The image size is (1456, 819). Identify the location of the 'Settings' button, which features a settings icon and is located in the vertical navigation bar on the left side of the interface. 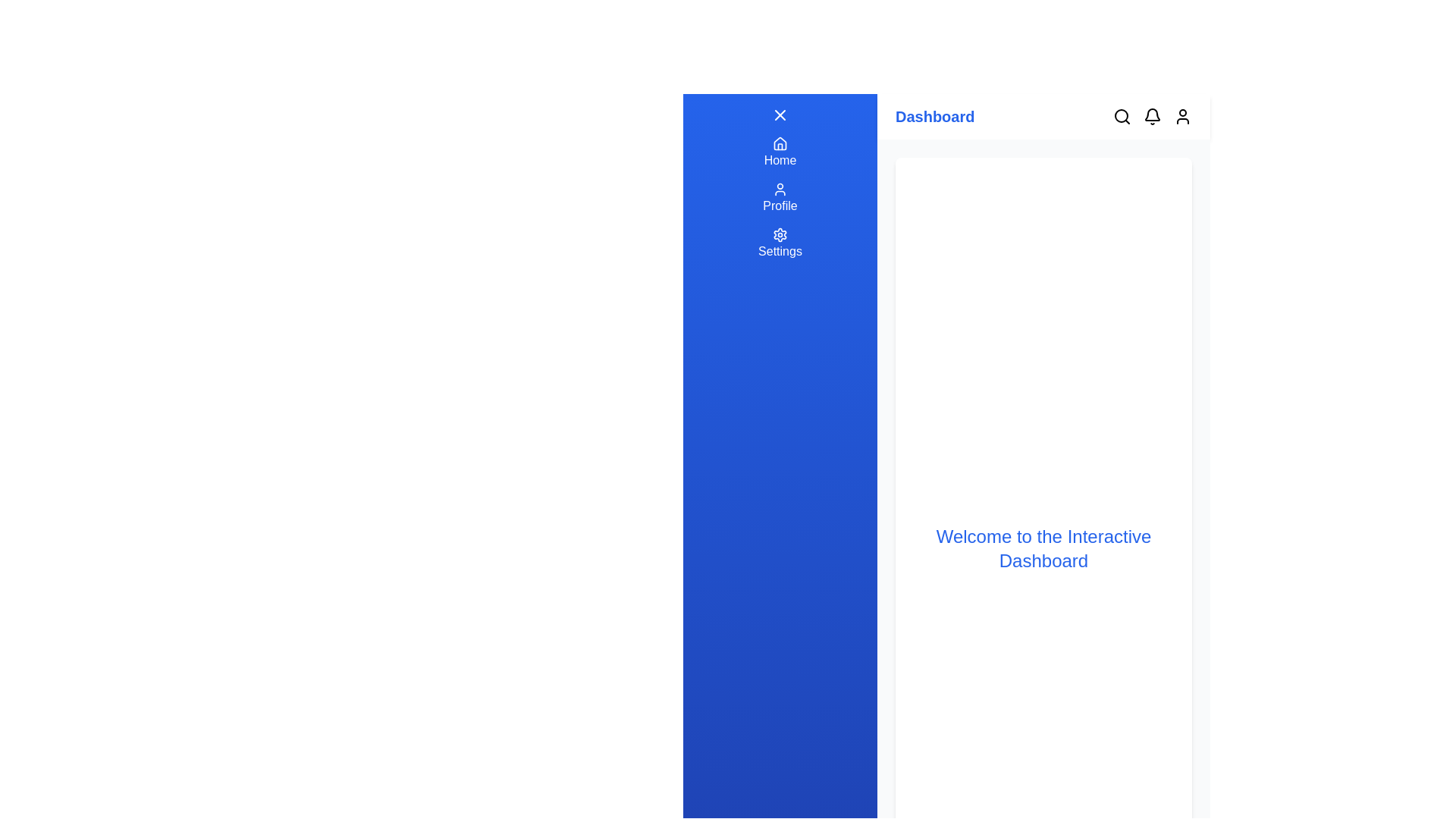
(780, 243).